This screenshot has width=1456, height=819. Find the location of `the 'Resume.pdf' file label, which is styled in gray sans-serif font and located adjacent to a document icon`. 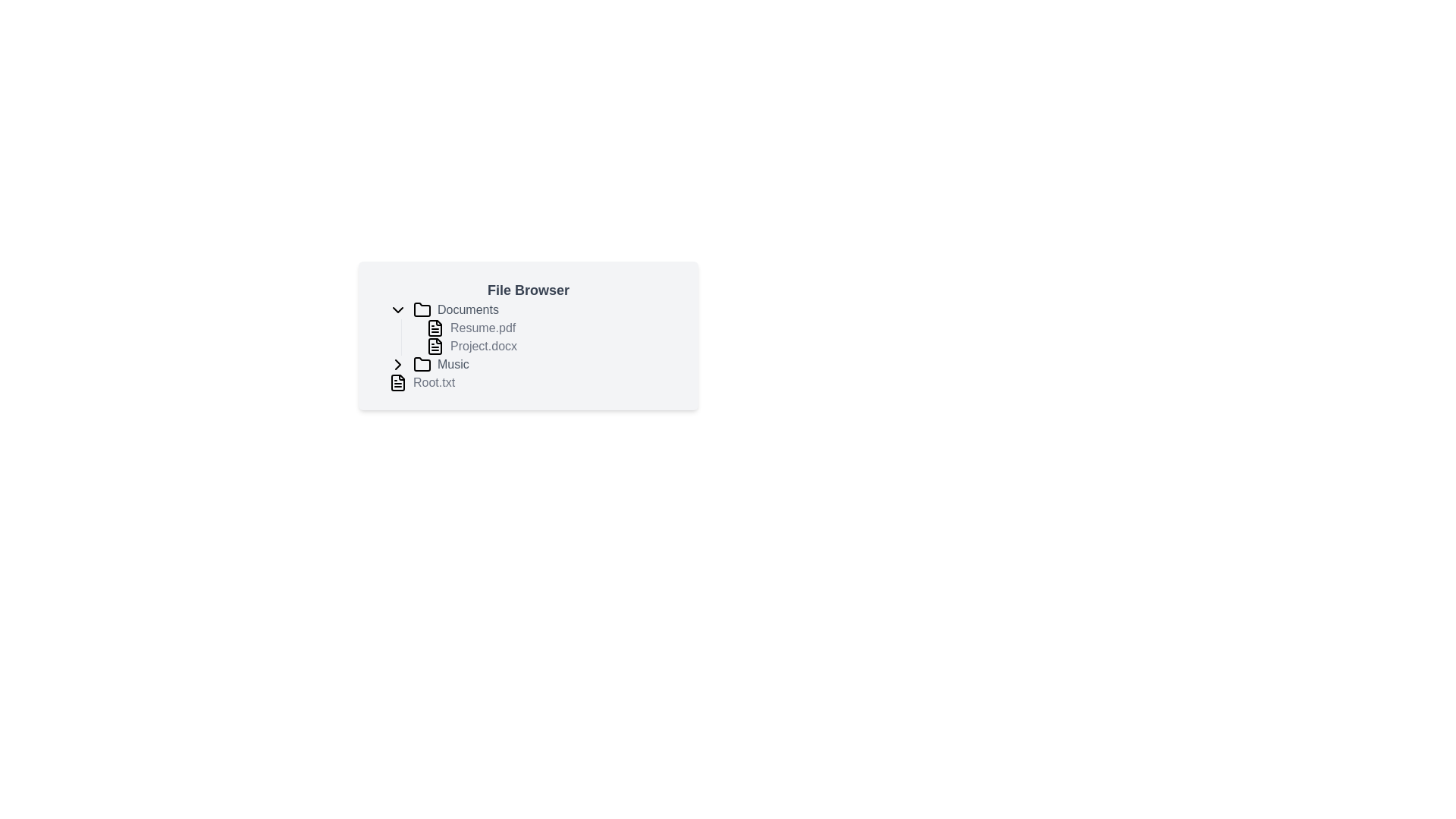

the 'Resume.pdf' file label, which is styled in gray sans-serif font and located adjacent to a document icon is located at coordinates (470, 327).